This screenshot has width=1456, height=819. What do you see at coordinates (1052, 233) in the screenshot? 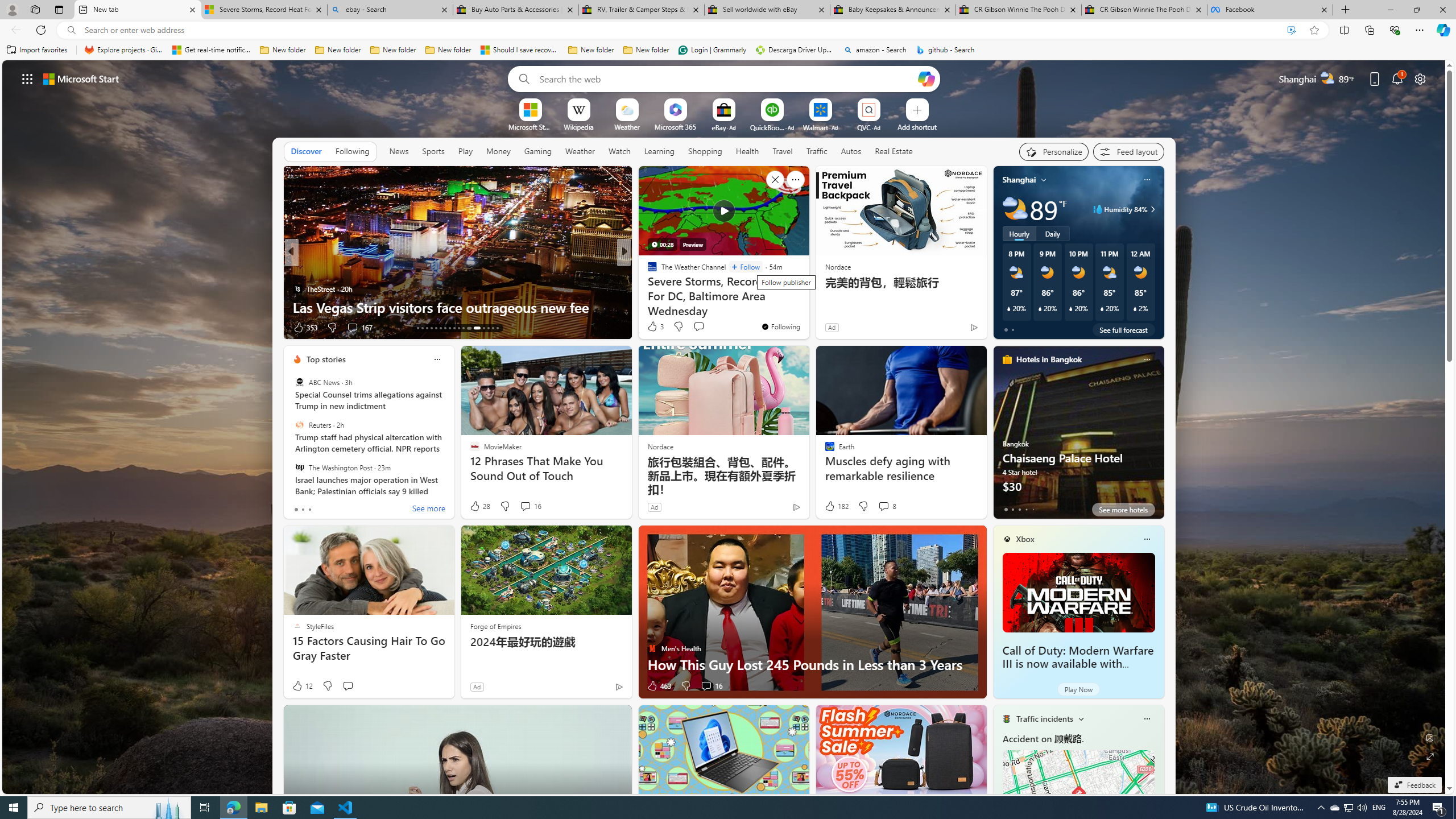
I see `'Daily'` at bounding box center [1052, 233].